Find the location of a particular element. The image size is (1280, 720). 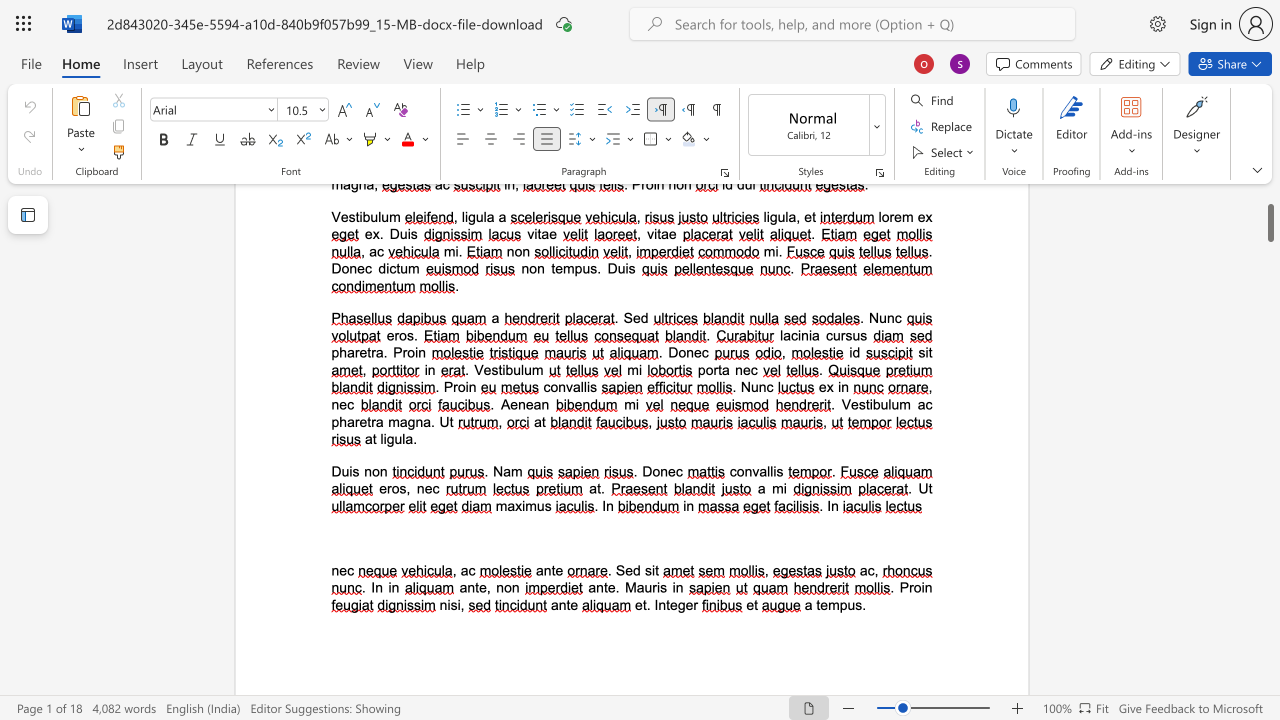

the space between the continuous character "e" and "r" in the text is located at coordinates (692, 604).